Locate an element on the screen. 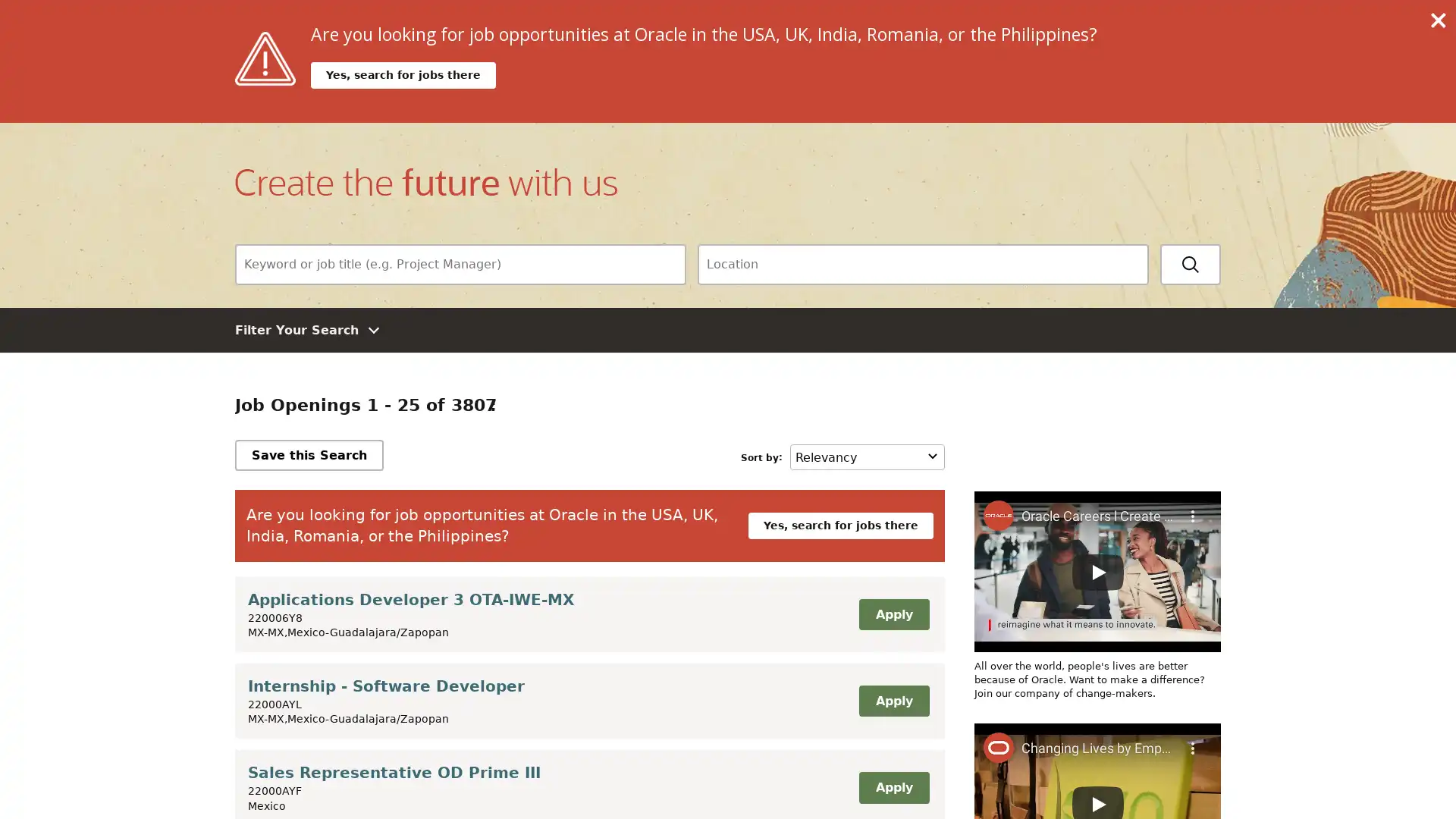 This screenshot has width=1456, height=819. Search for jobs is located at coordinates (1189, 262).